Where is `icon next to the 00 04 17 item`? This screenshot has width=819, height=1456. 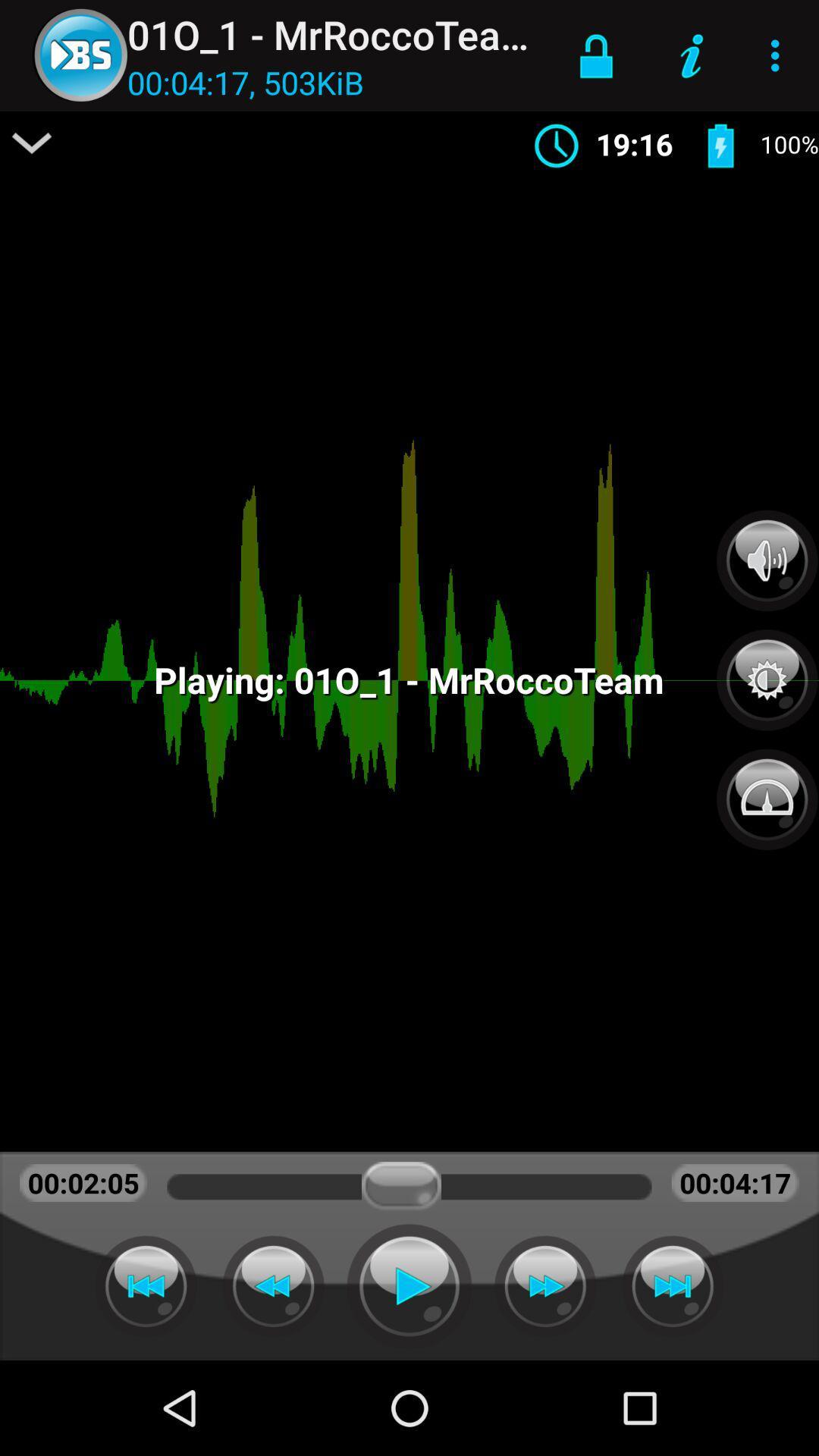
icon next to the 00 04 17 item is located at coordinates (32, 143).